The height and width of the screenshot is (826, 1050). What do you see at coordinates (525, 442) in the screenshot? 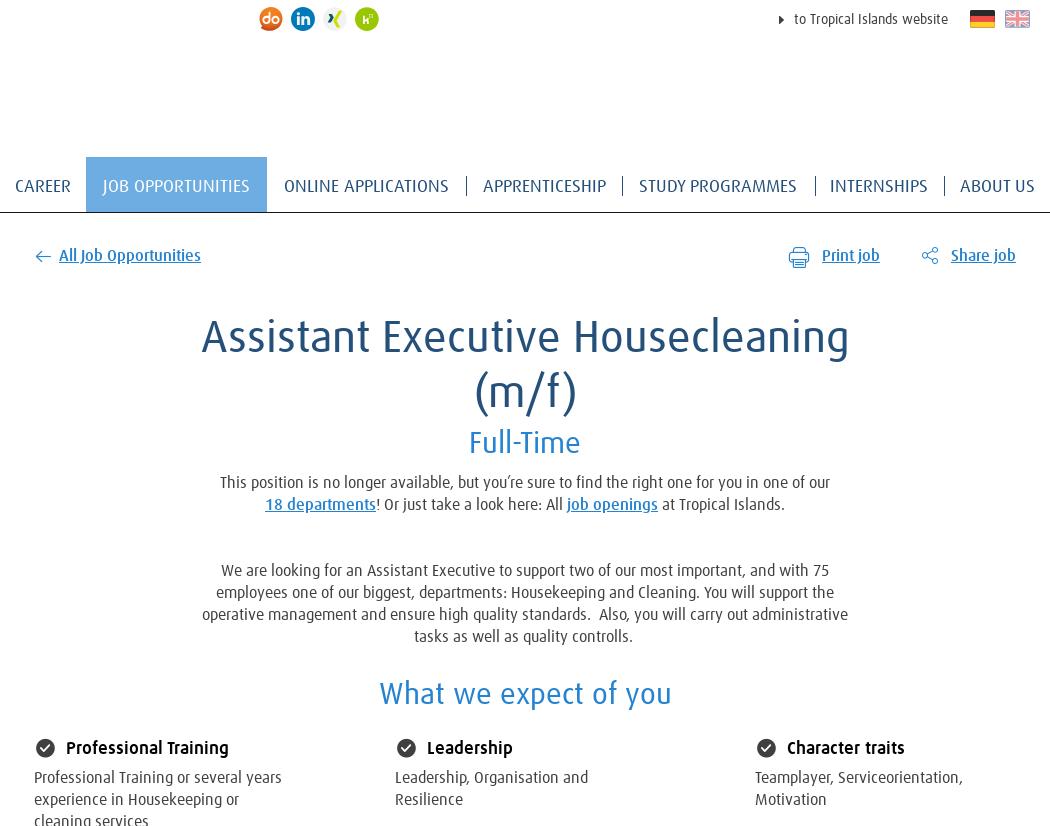
I see `'Full-Time'` at bounding box center [525, 442].